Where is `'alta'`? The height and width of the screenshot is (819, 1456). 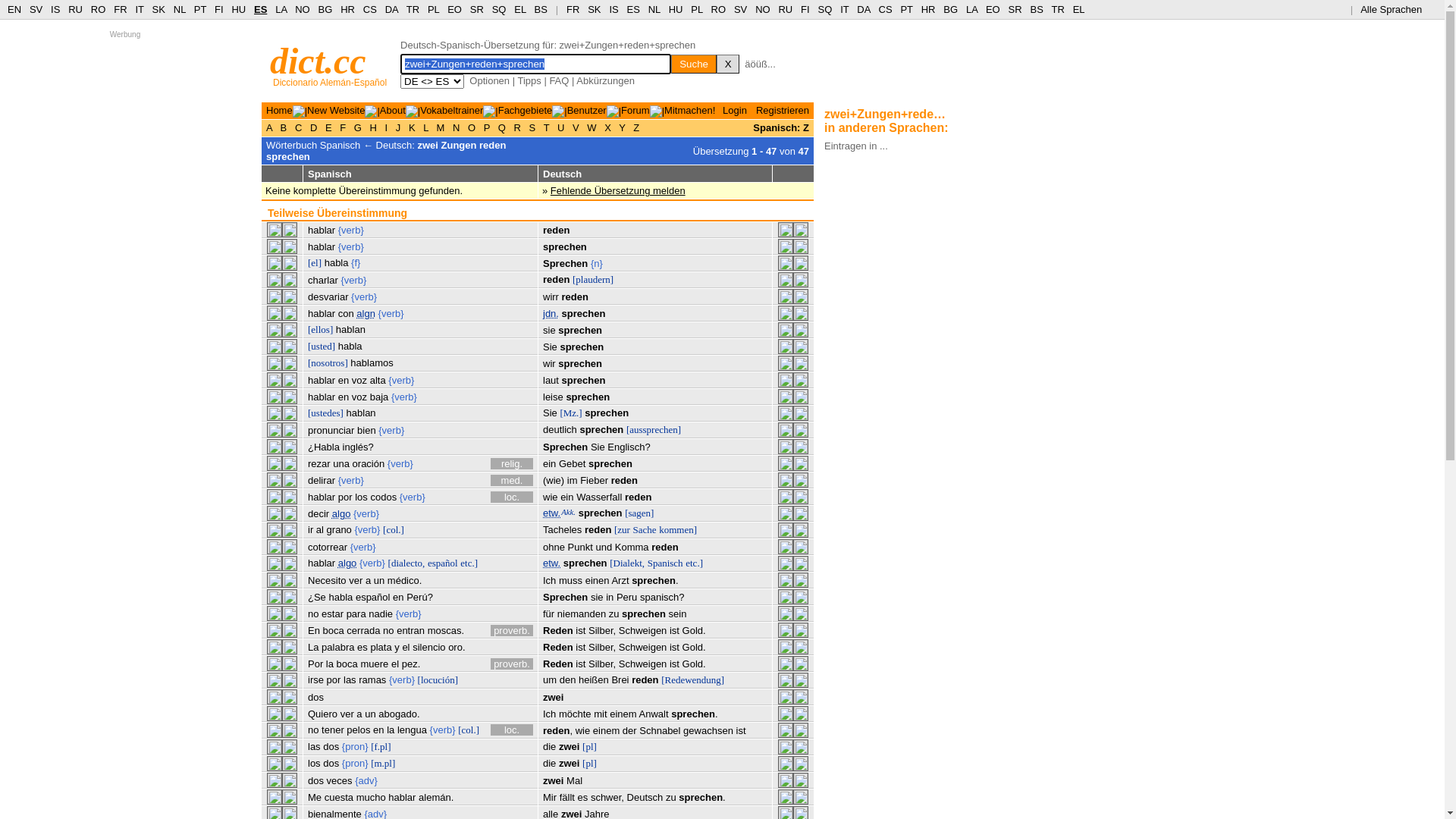
'alta' is located at coordinates (370, 379).